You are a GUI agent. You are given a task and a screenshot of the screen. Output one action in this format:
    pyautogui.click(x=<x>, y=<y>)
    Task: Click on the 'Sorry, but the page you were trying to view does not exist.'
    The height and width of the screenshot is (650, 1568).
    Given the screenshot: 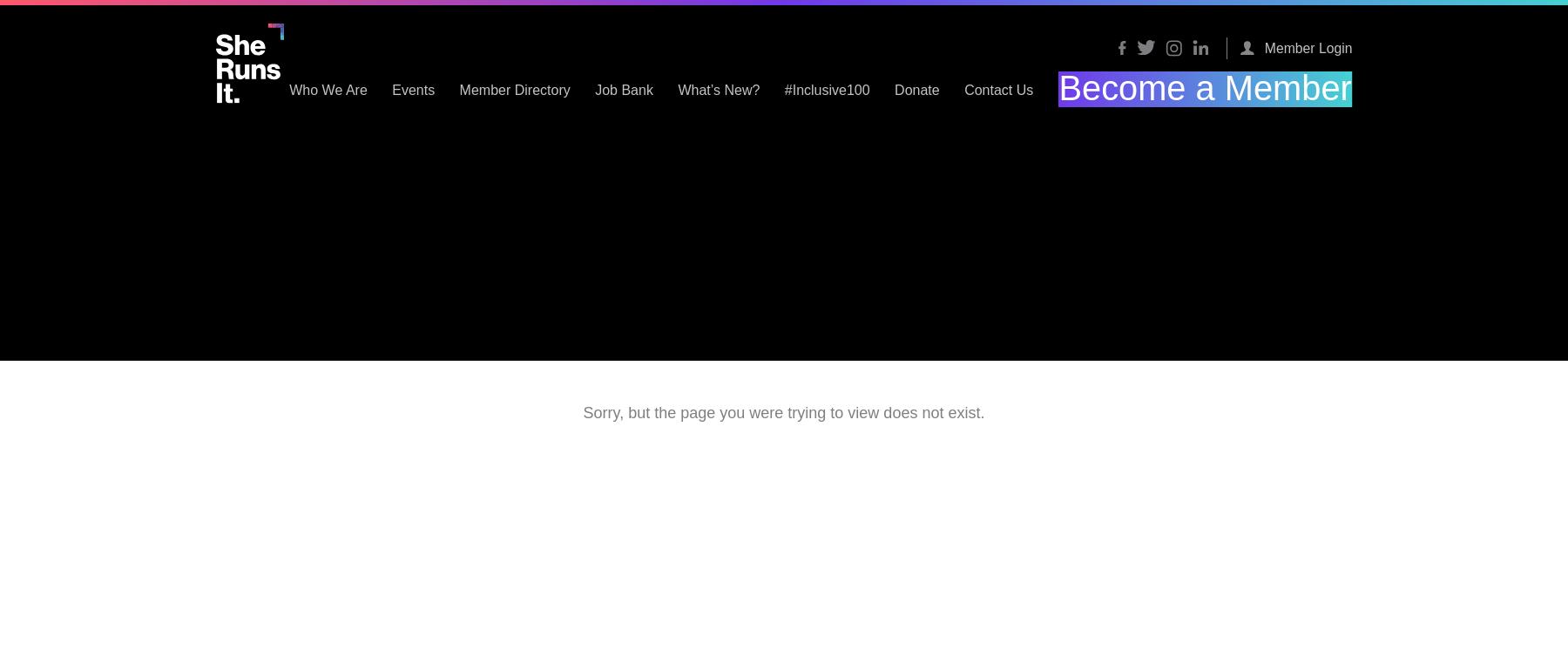 What is the action you would take?
    pyautogui.click(x=583, y=413)
    